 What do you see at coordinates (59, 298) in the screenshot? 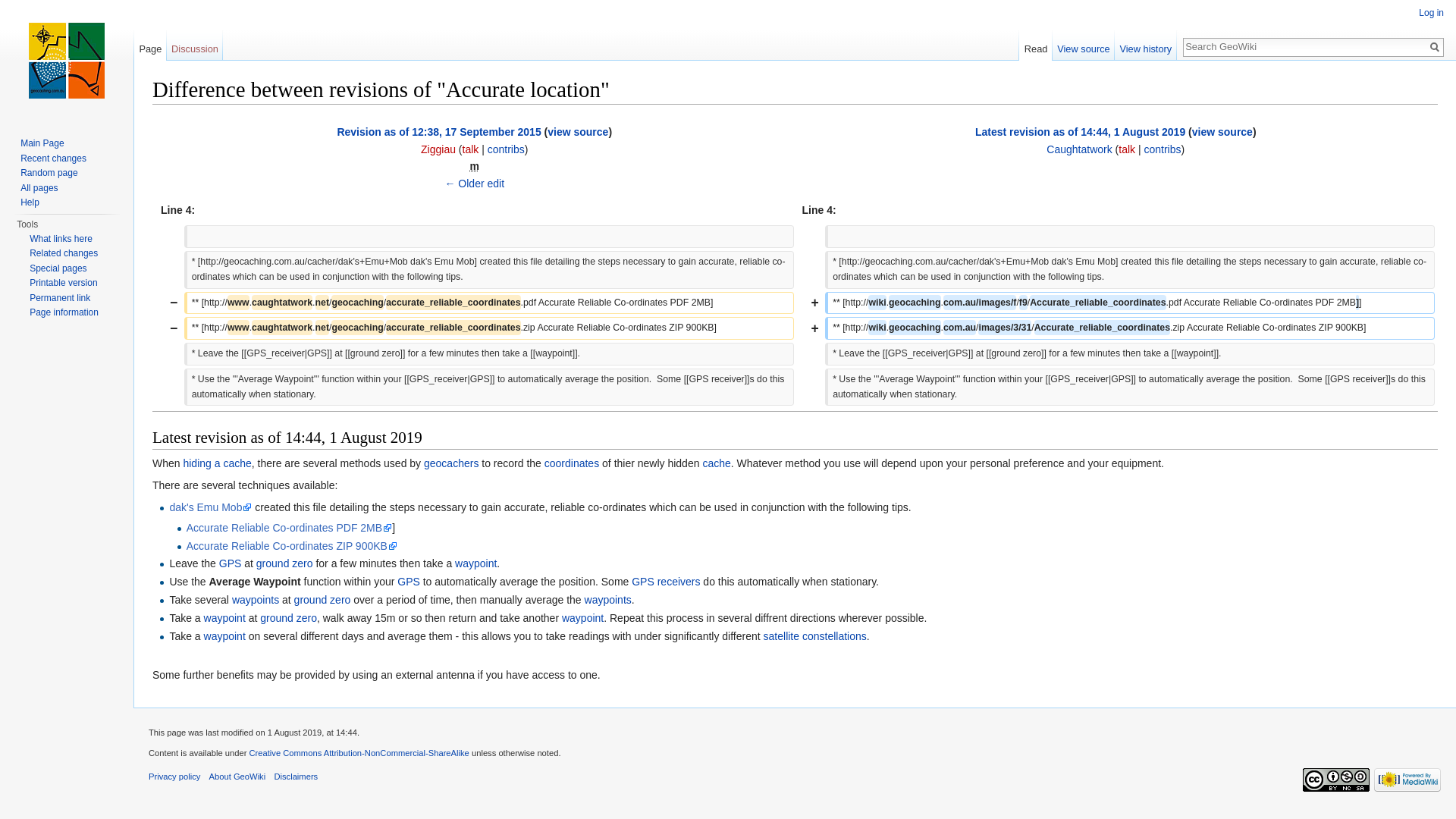
I see `'Permanent link'` at bounding box center [59, 298].